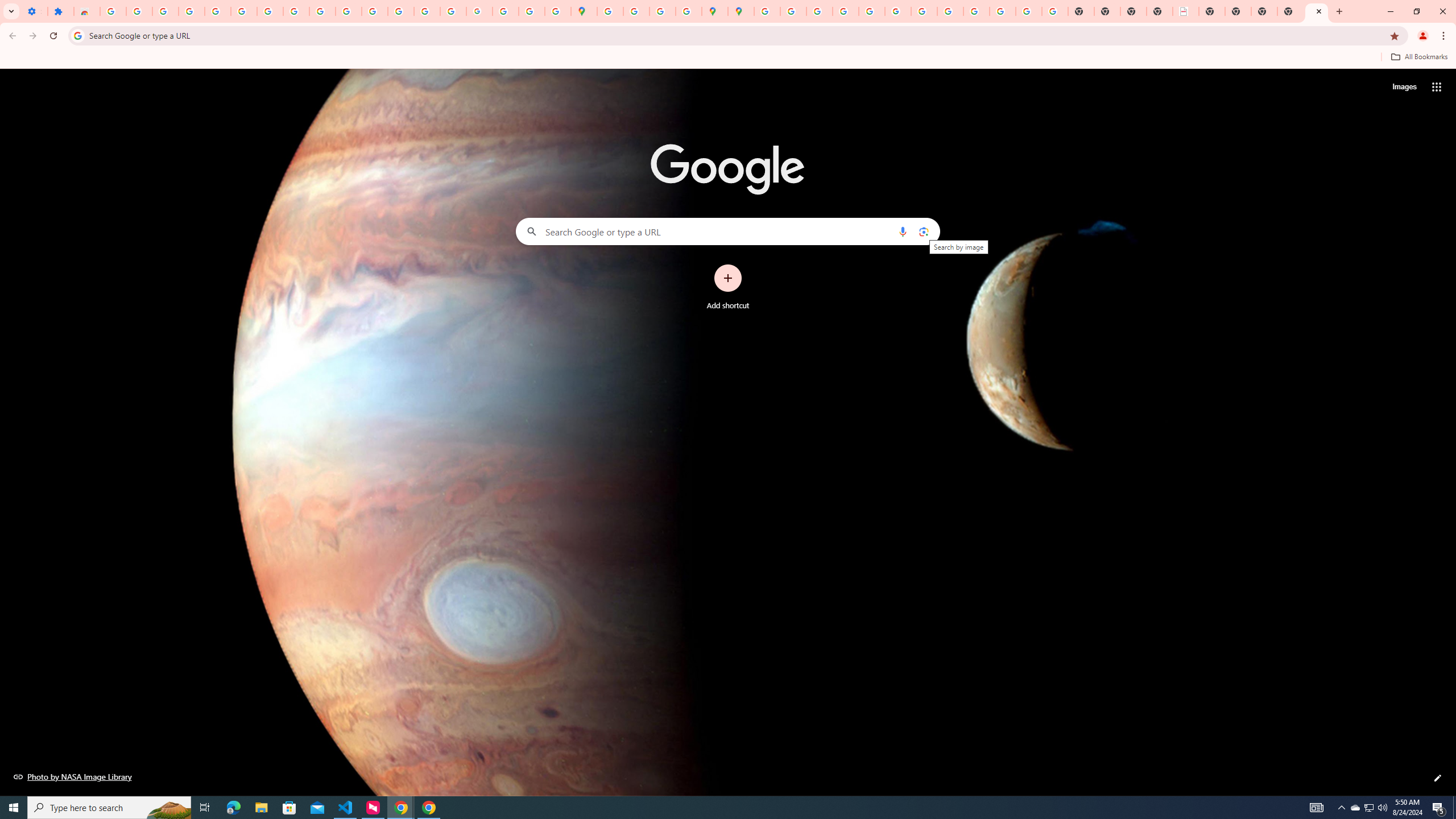 Image resolution: width=1456 pixels, height=819 pixels. What do you see at coordinates (112, 11) in the screenshot?
I see `'Sign in - Google Accounts'` at bounding box center [112, 11].